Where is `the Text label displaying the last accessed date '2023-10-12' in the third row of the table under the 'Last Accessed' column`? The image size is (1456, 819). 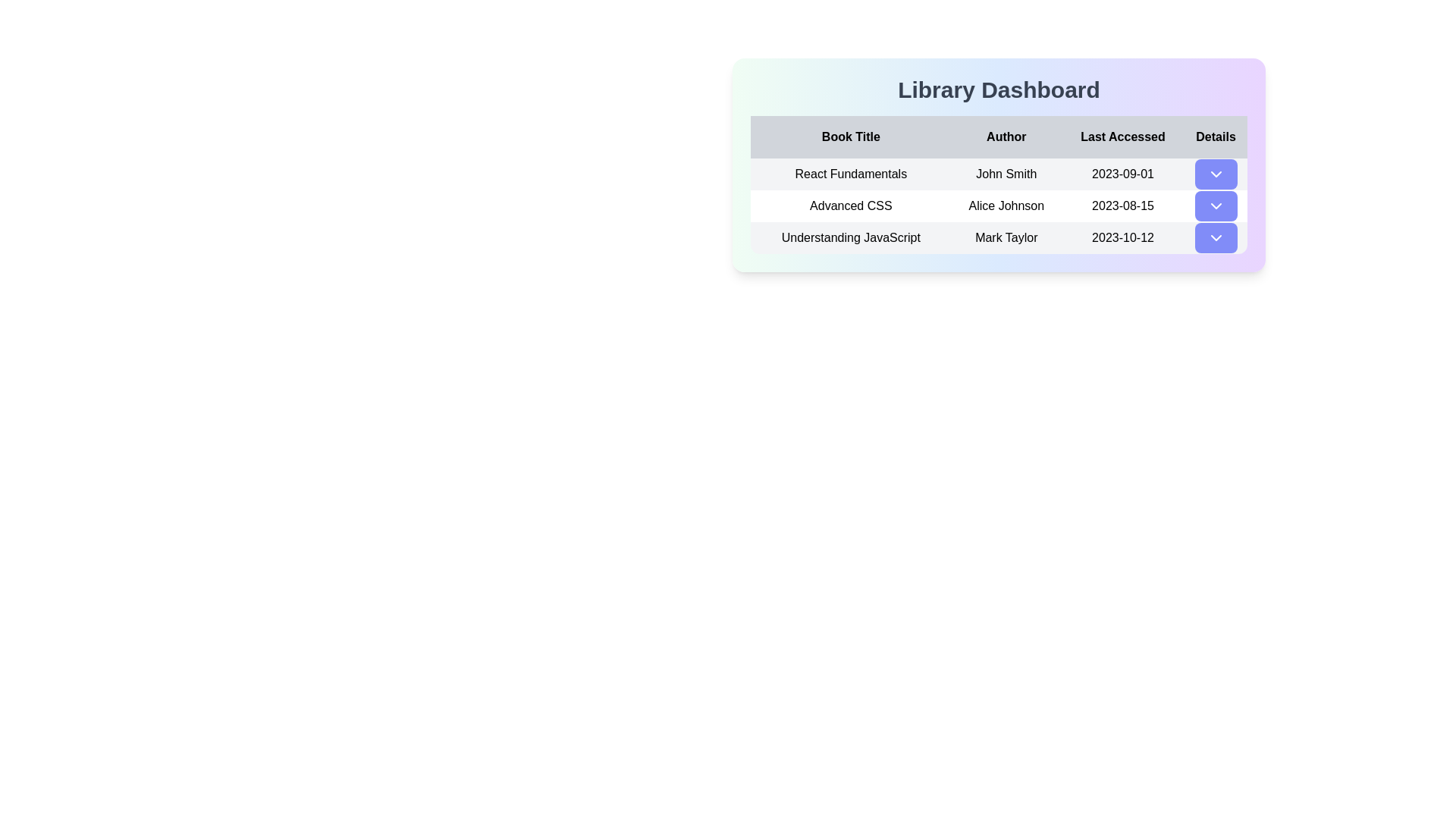
the Text label displaying the last accessed date '2023-10-12' in the third row of the table under the 'Last Accessed' column is located at coordinates (1123, 237).